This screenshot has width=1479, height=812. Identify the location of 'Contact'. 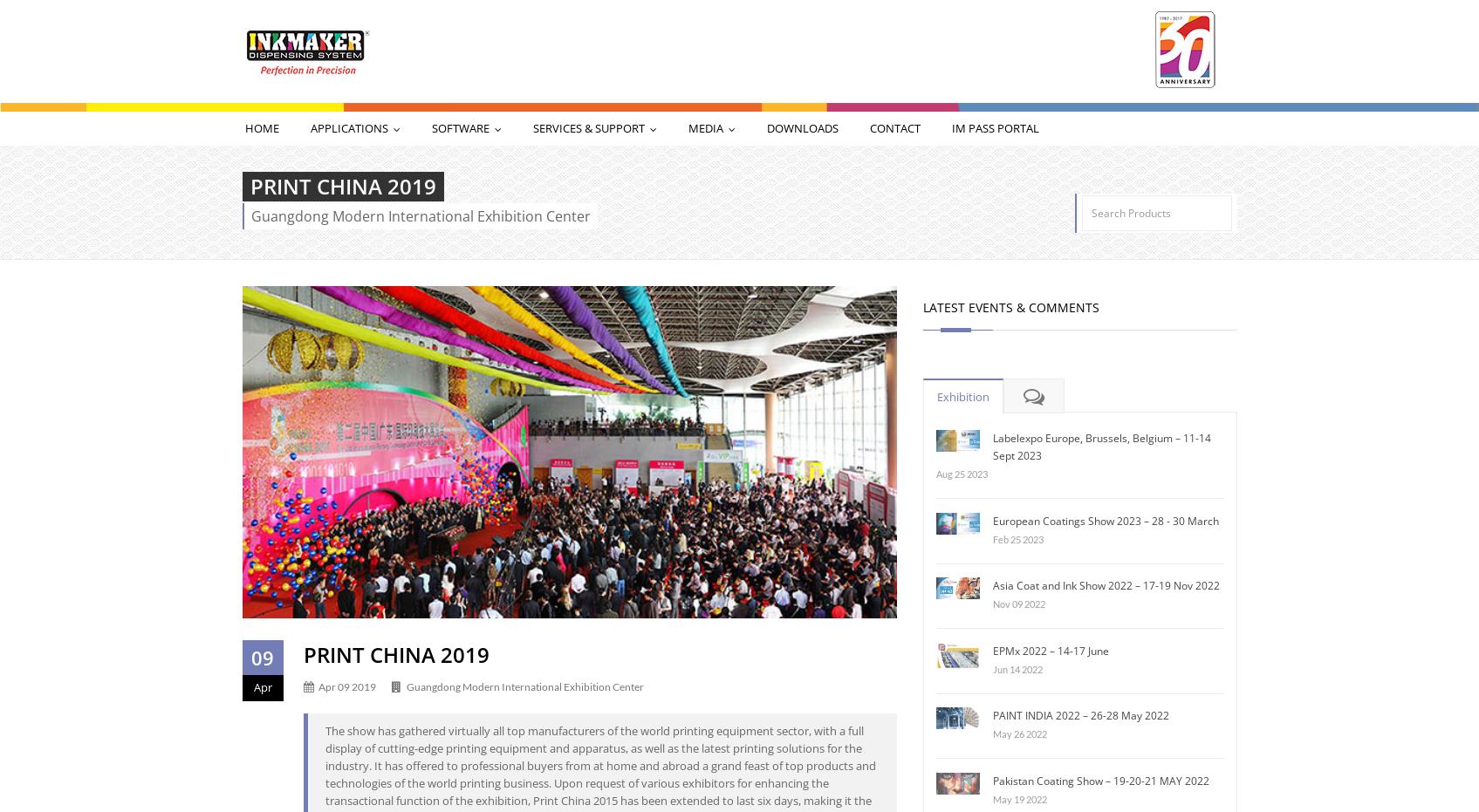
(893, 127).